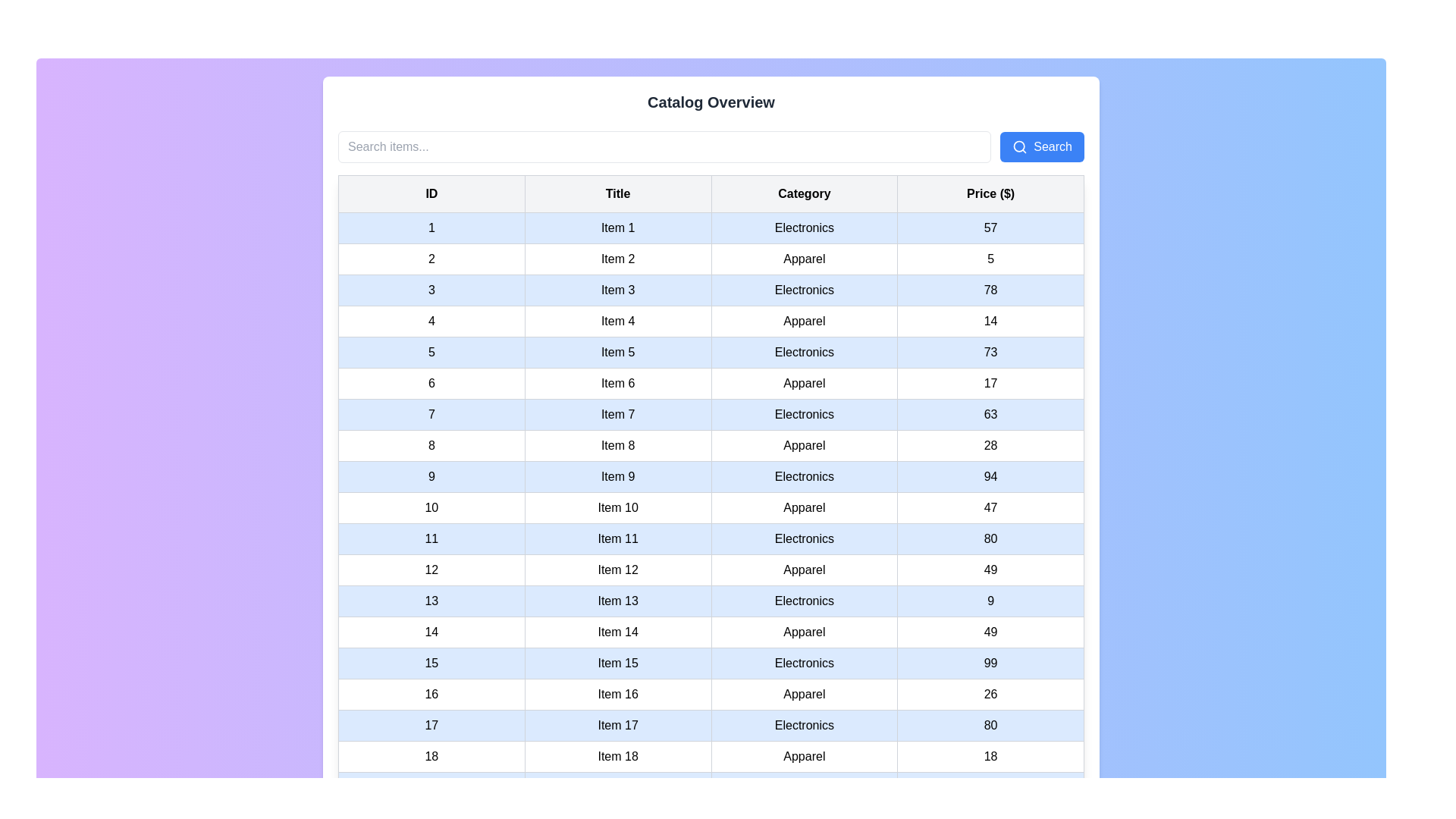  I want to click on the informational Table Cell that displays the title or label of the item in row 16 of the table, located in the second cell of that row between '16' and 'Apparel', so click(618, 694).